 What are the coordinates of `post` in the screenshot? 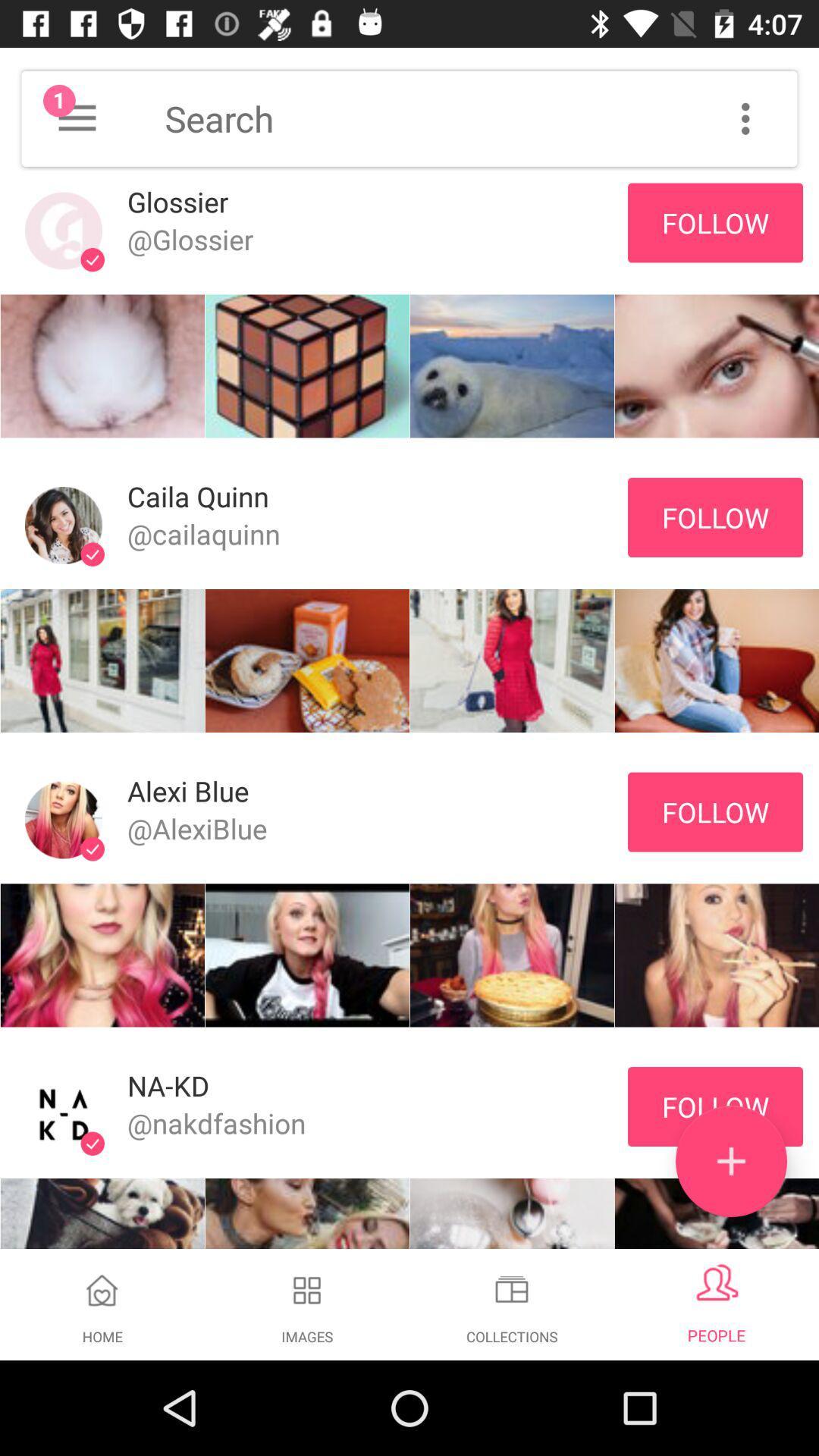 It's located at (730, 1160).